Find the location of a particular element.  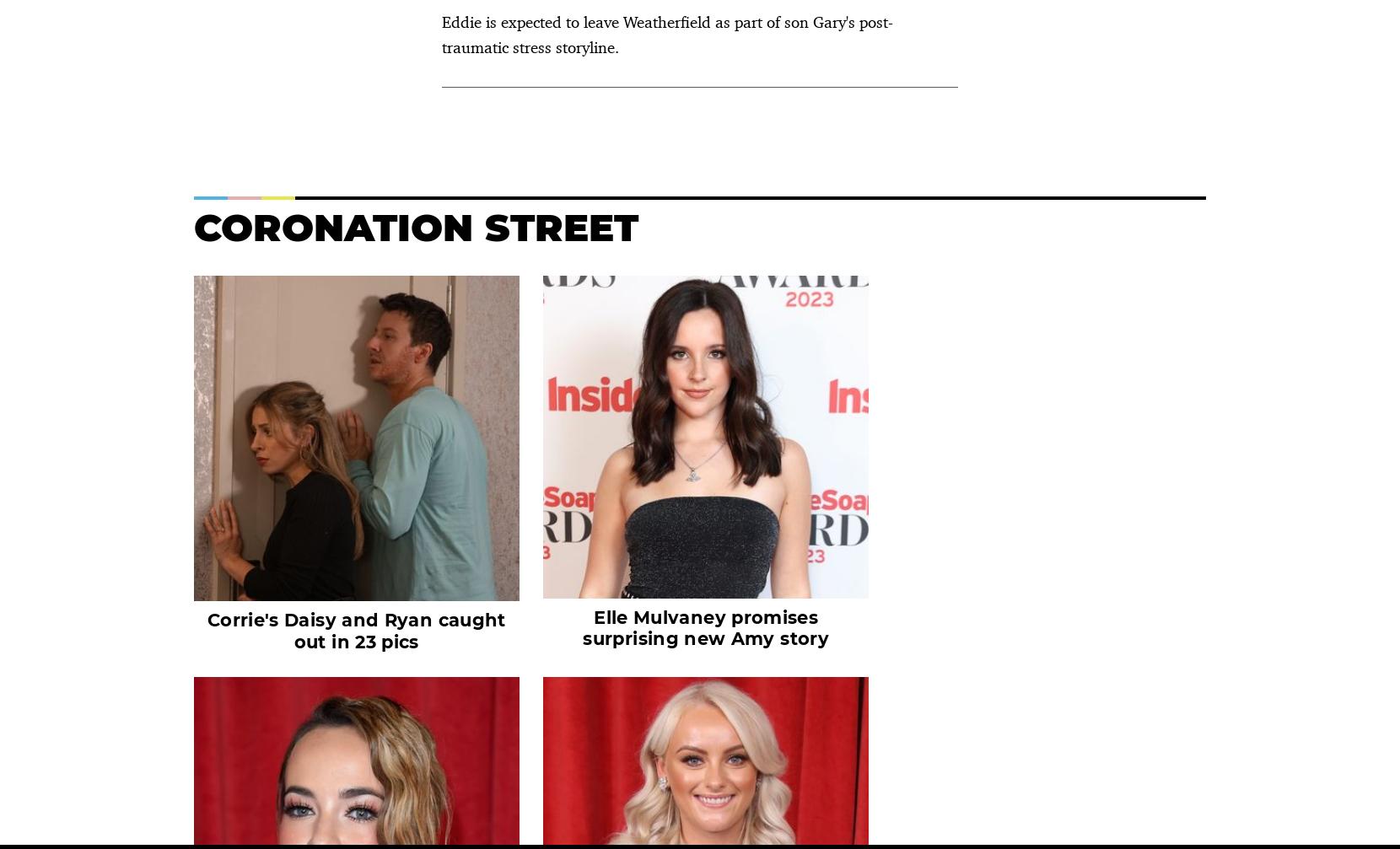

'Terms & Conditions' is located at coordinates (420, 688).